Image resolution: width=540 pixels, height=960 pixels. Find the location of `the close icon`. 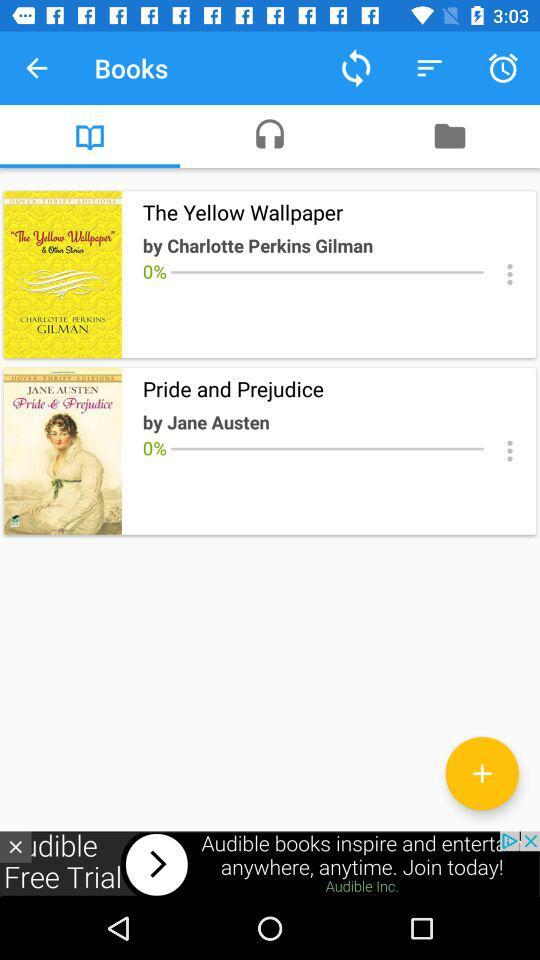

the close icon is located at coordinates (14, 846).